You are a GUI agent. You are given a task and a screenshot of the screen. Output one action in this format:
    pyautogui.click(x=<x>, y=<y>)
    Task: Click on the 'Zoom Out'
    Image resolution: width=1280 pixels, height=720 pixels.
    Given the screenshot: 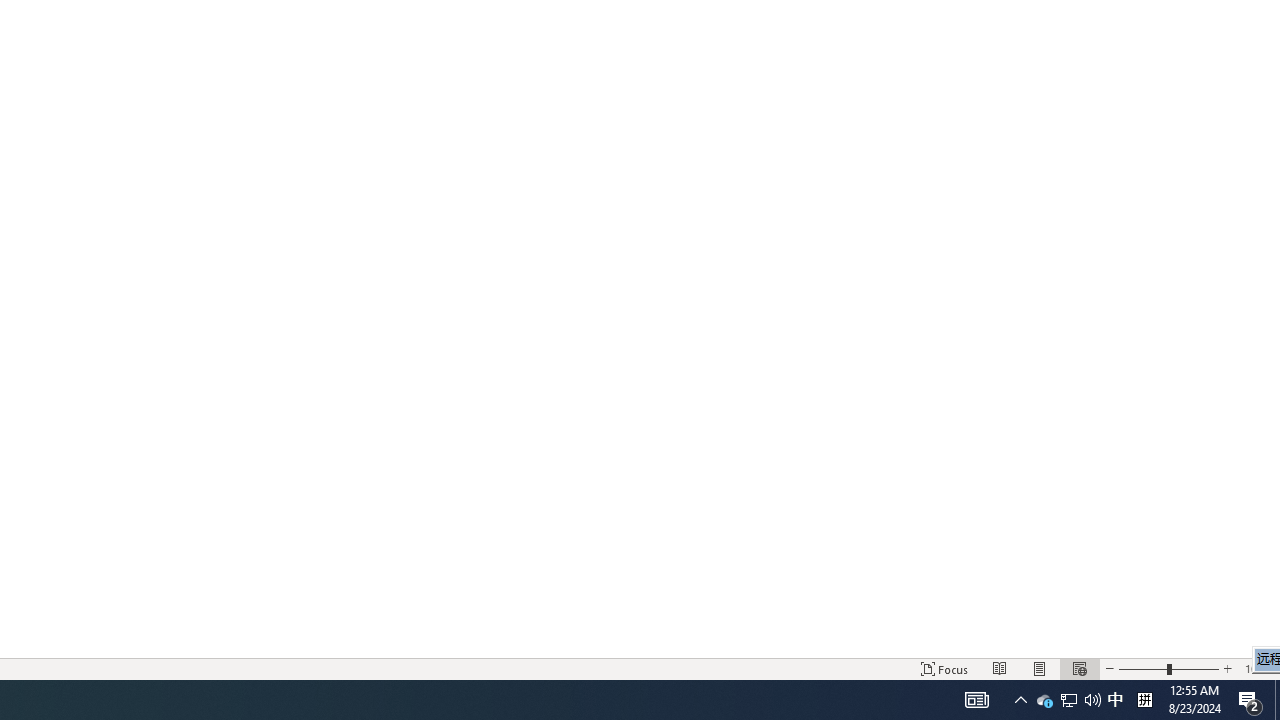 What is the action you would take?
    pyautogui.click(x=1143, y=669)
    